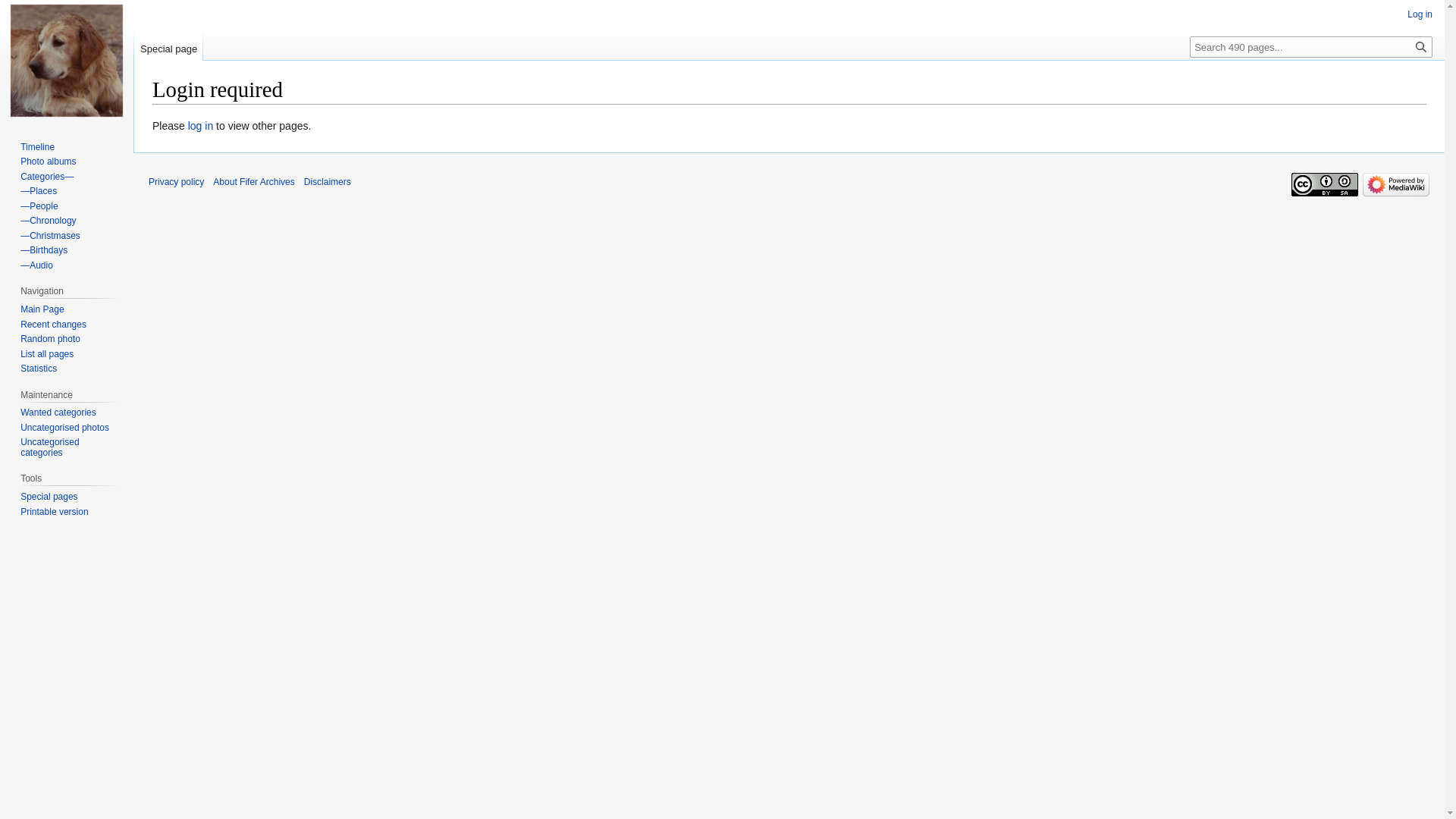 The width and height of the screenshot is (1456, 819). Describe the element at coordinates (54, 512) in the screenshot. I see `'Printable version'` at that location.